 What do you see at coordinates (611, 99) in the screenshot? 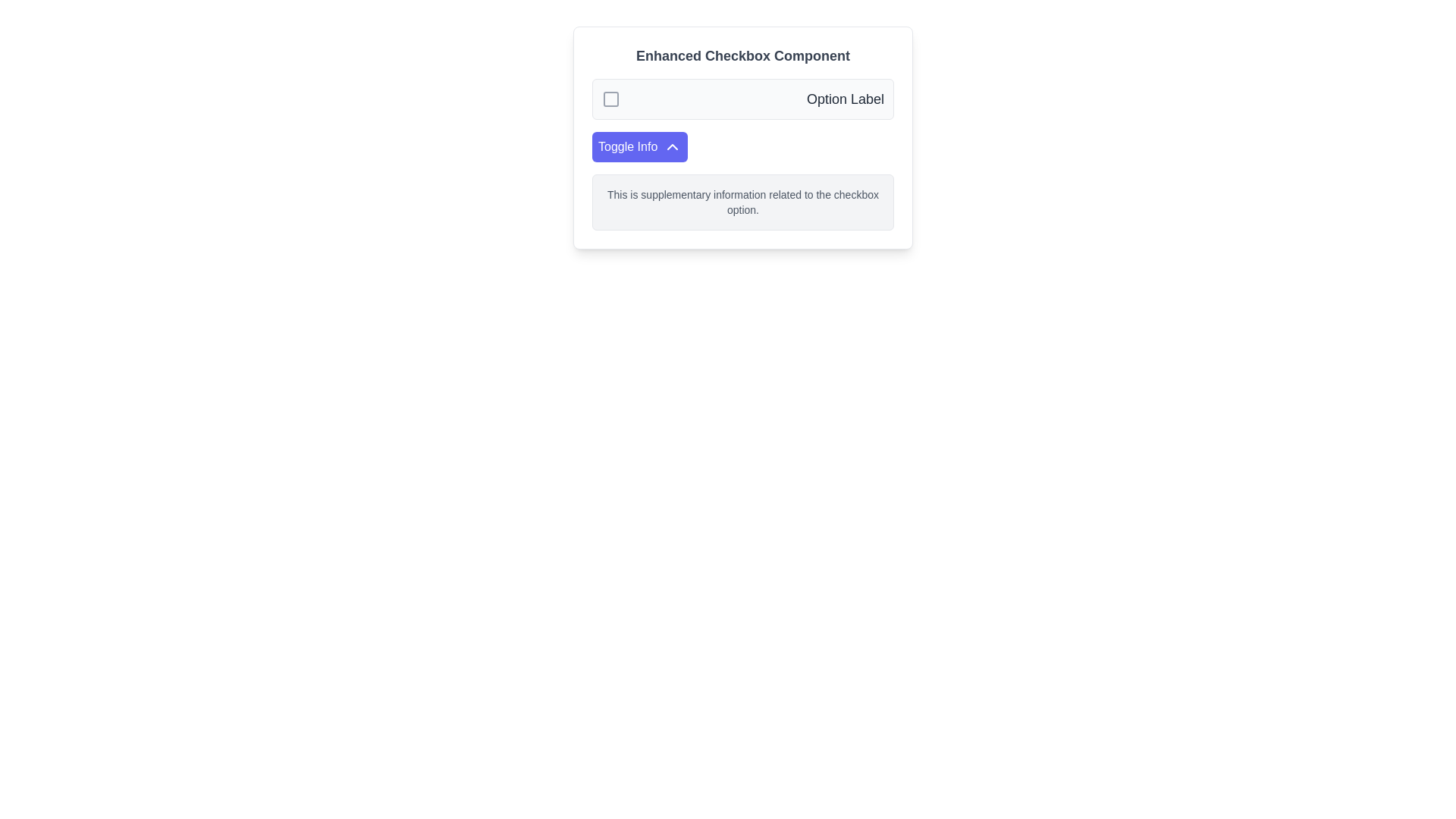
I see `the unselected checkbox located in the top-left corner of the option row containing the label 'Option Label'` at bounding box center [611, 99].